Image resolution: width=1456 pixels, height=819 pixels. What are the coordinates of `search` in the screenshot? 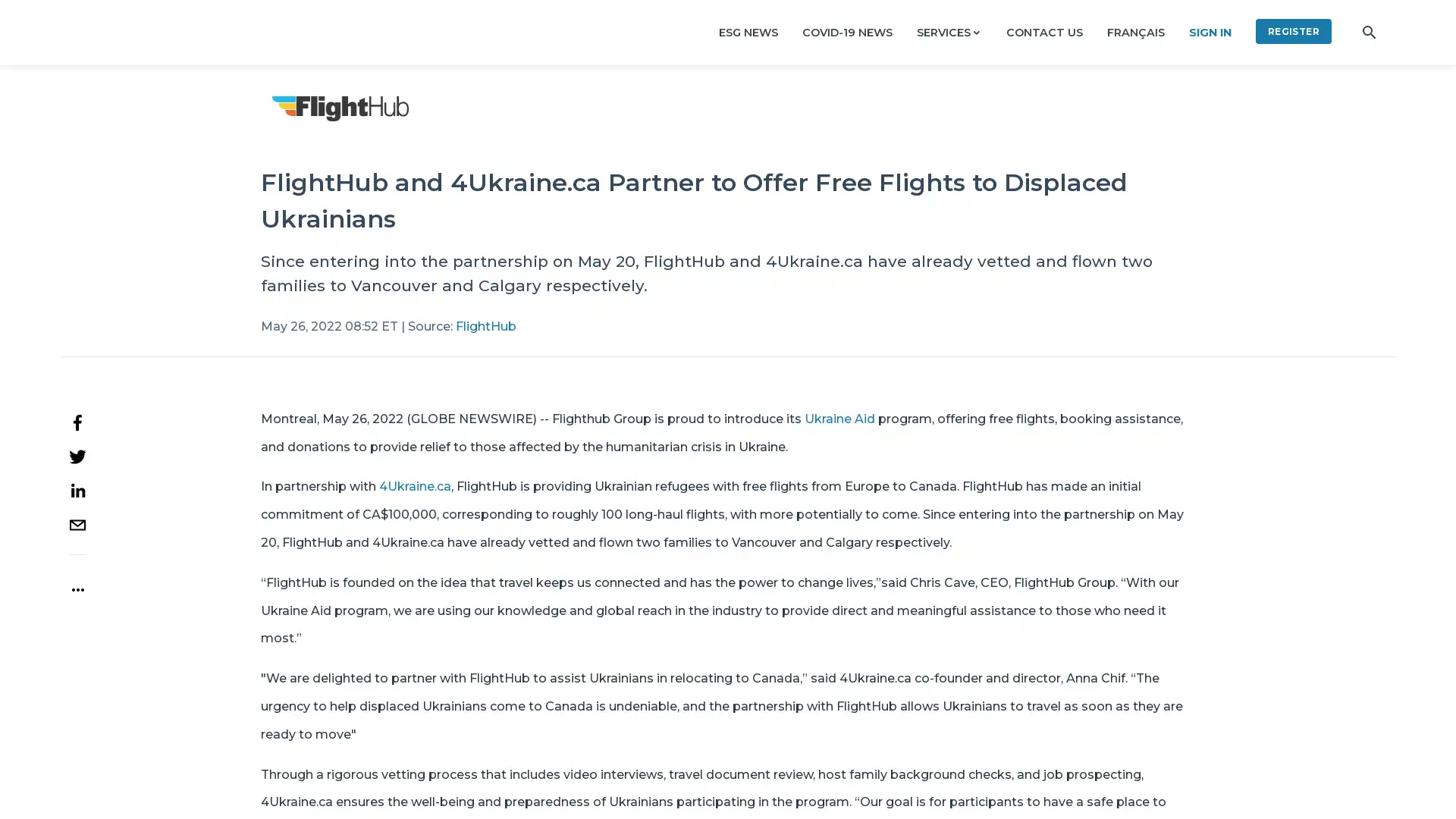 It's located at (1369, 32).